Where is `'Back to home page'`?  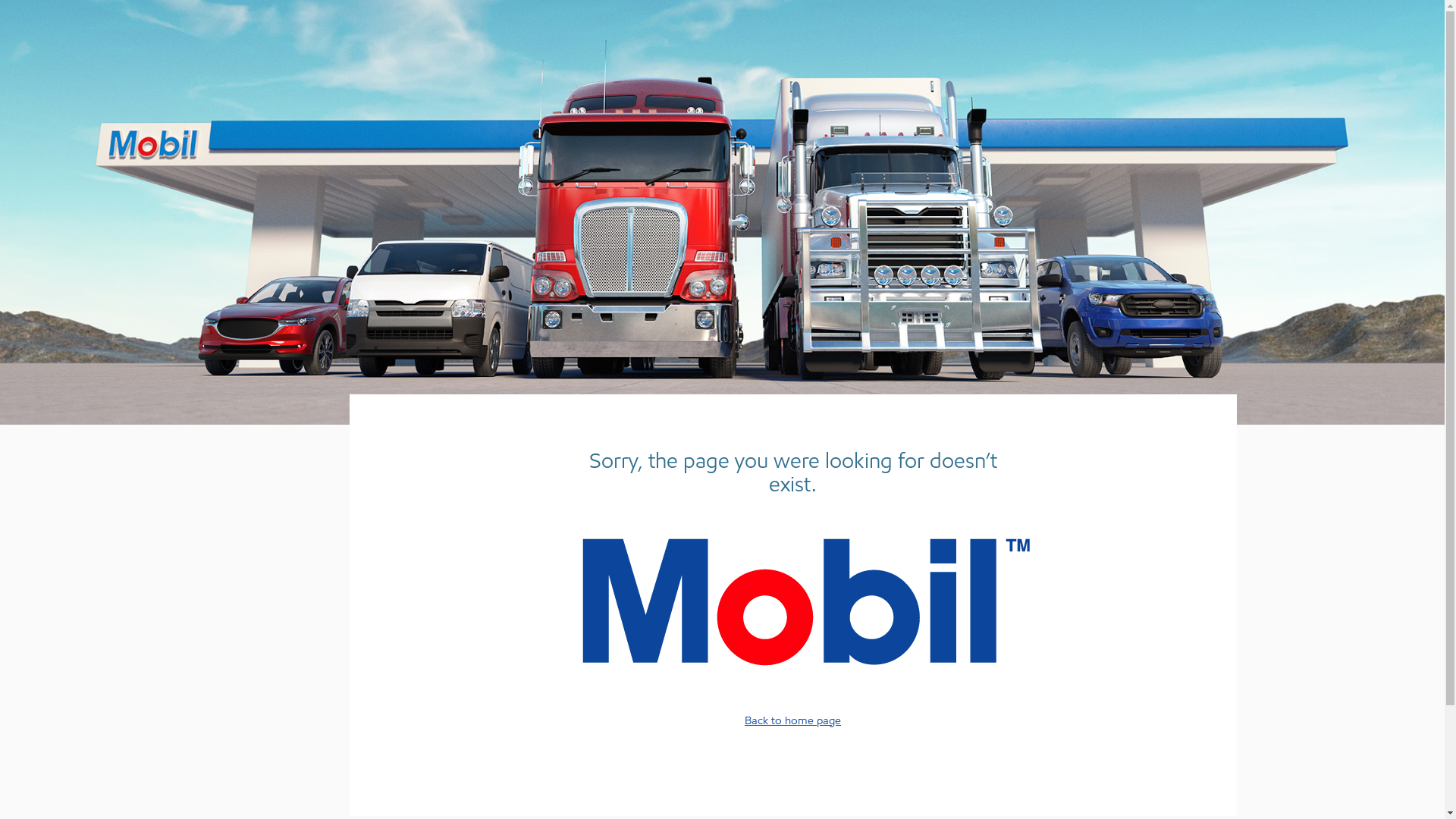
'Back to home page' is located at coordinates (792, 719).